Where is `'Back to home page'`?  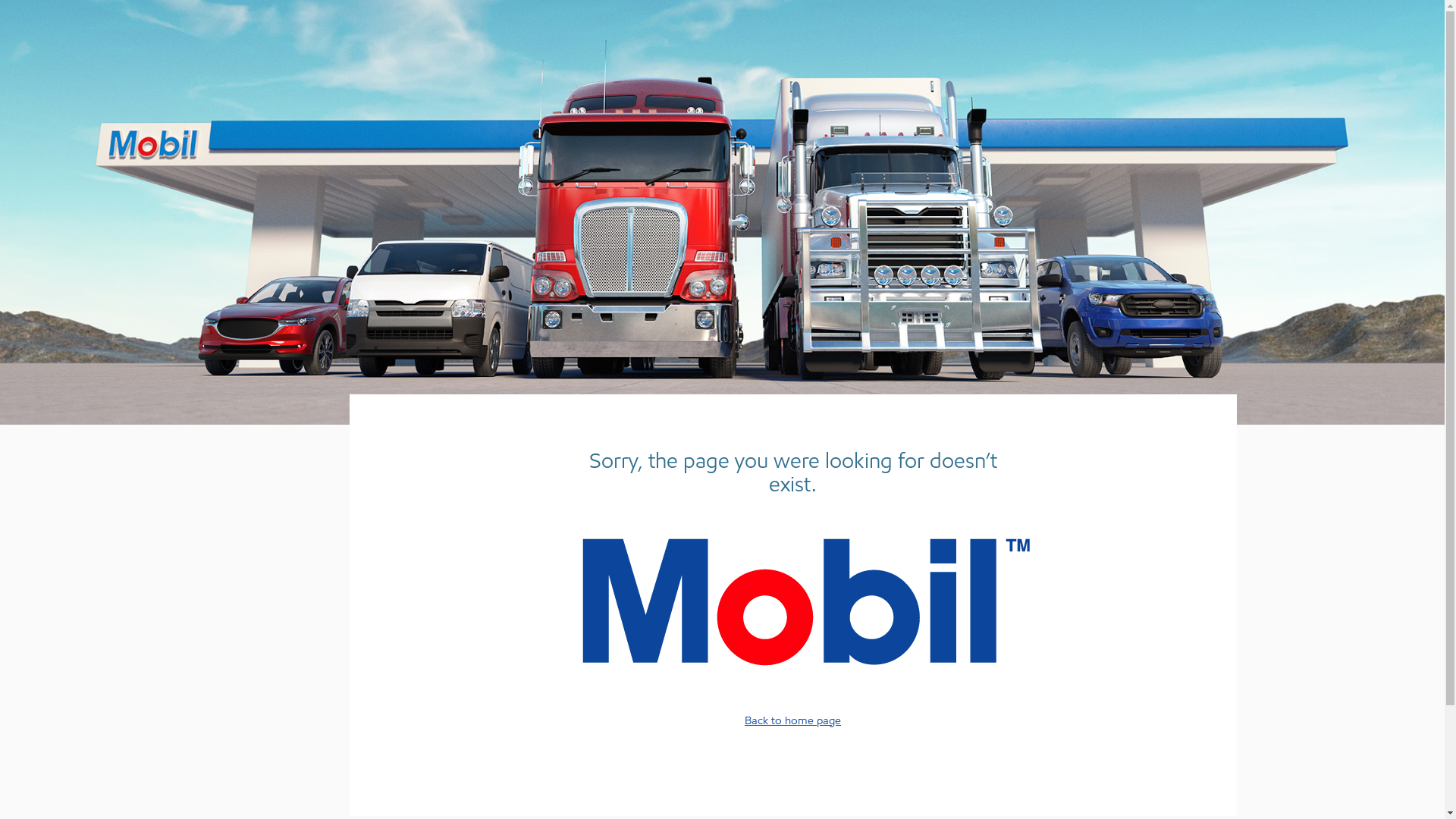
'Back to home page' is located at coordinates (792, 719).